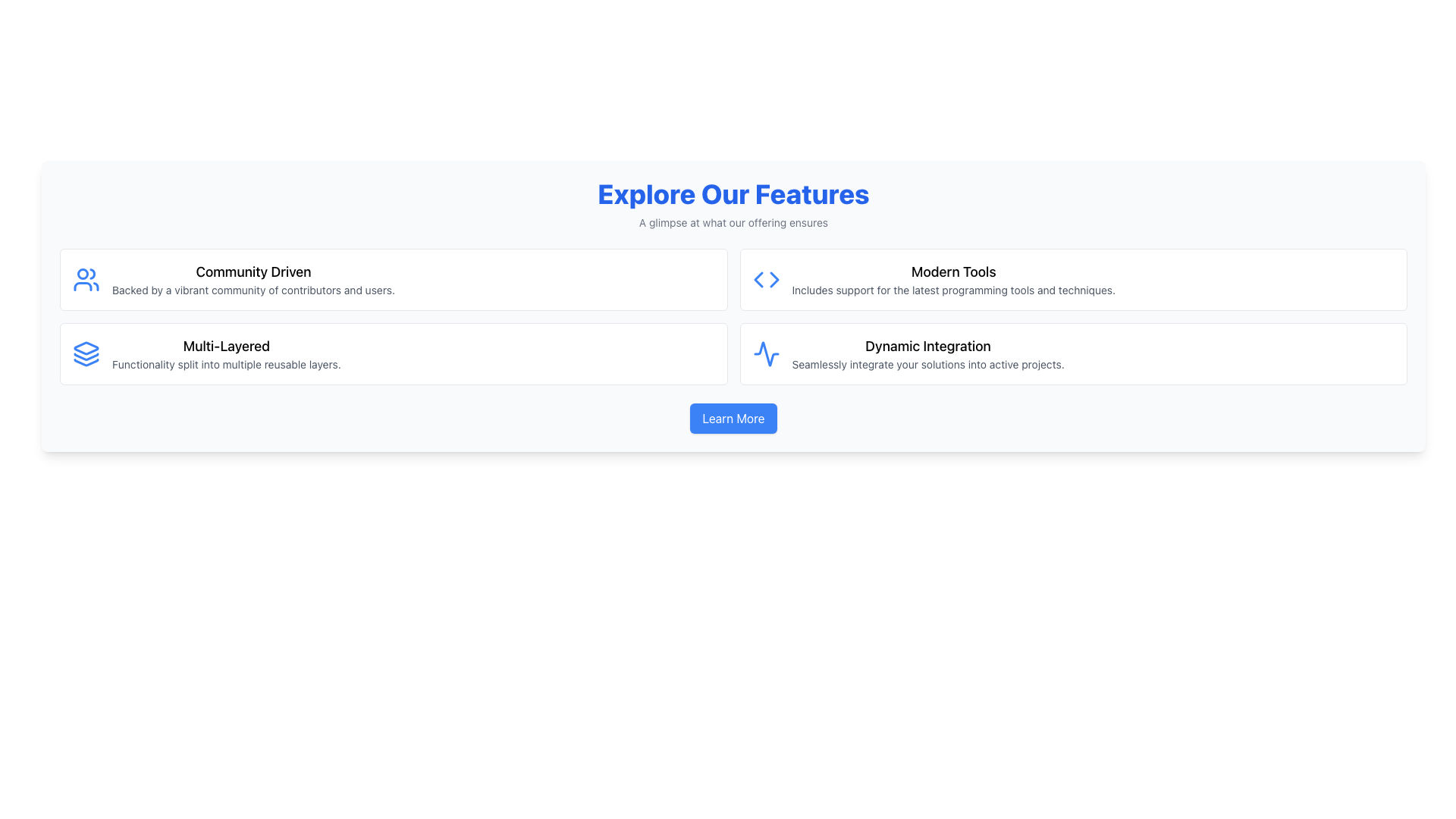 The width and height of the screenshot is (1456, 819). I want to click on the Informational Card located at the top-right of the grid layout to observe the scaling effect, so click(1072, 280).